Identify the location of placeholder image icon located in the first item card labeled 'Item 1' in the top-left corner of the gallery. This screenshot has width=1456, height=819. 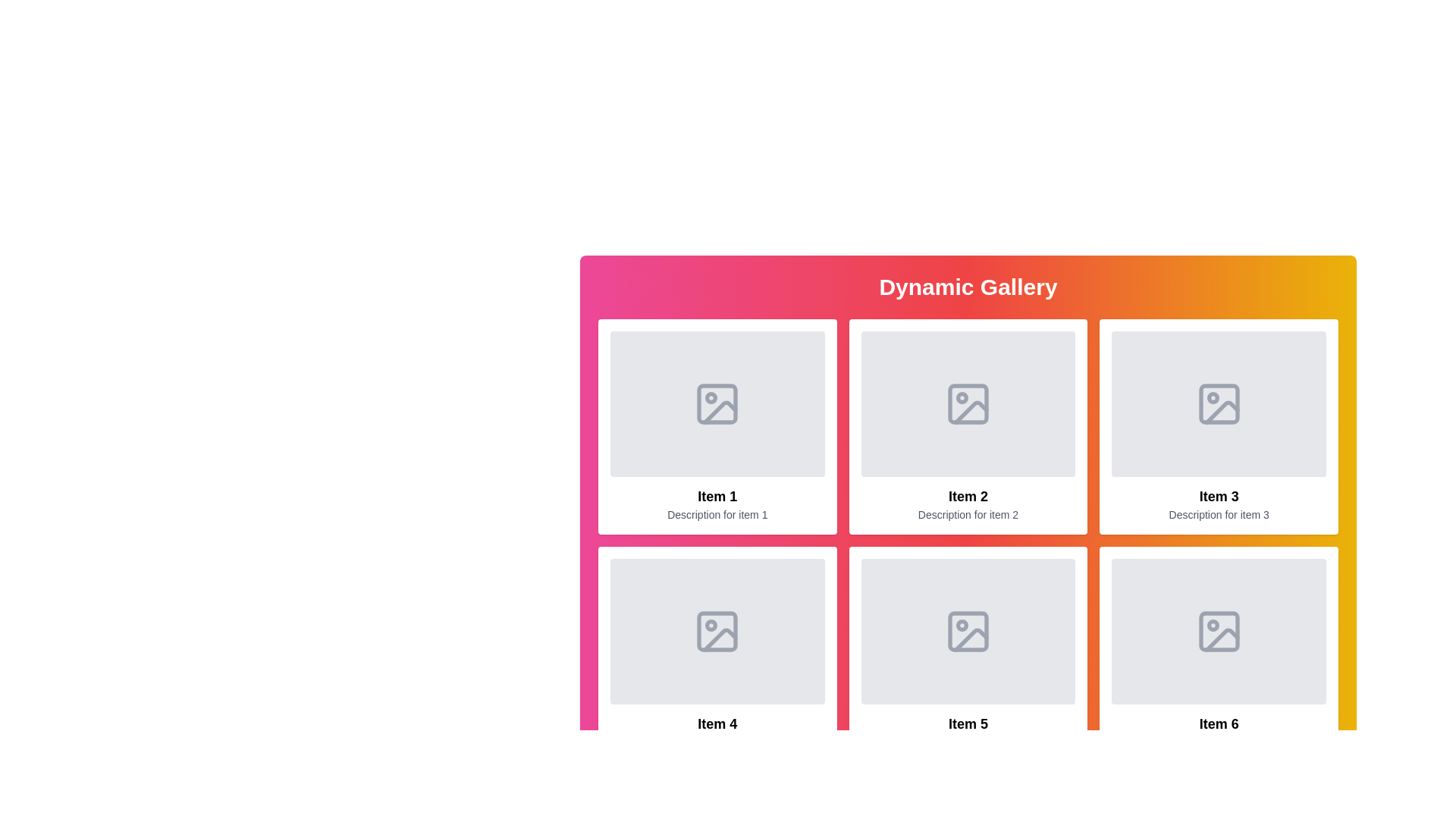
(717, 403).